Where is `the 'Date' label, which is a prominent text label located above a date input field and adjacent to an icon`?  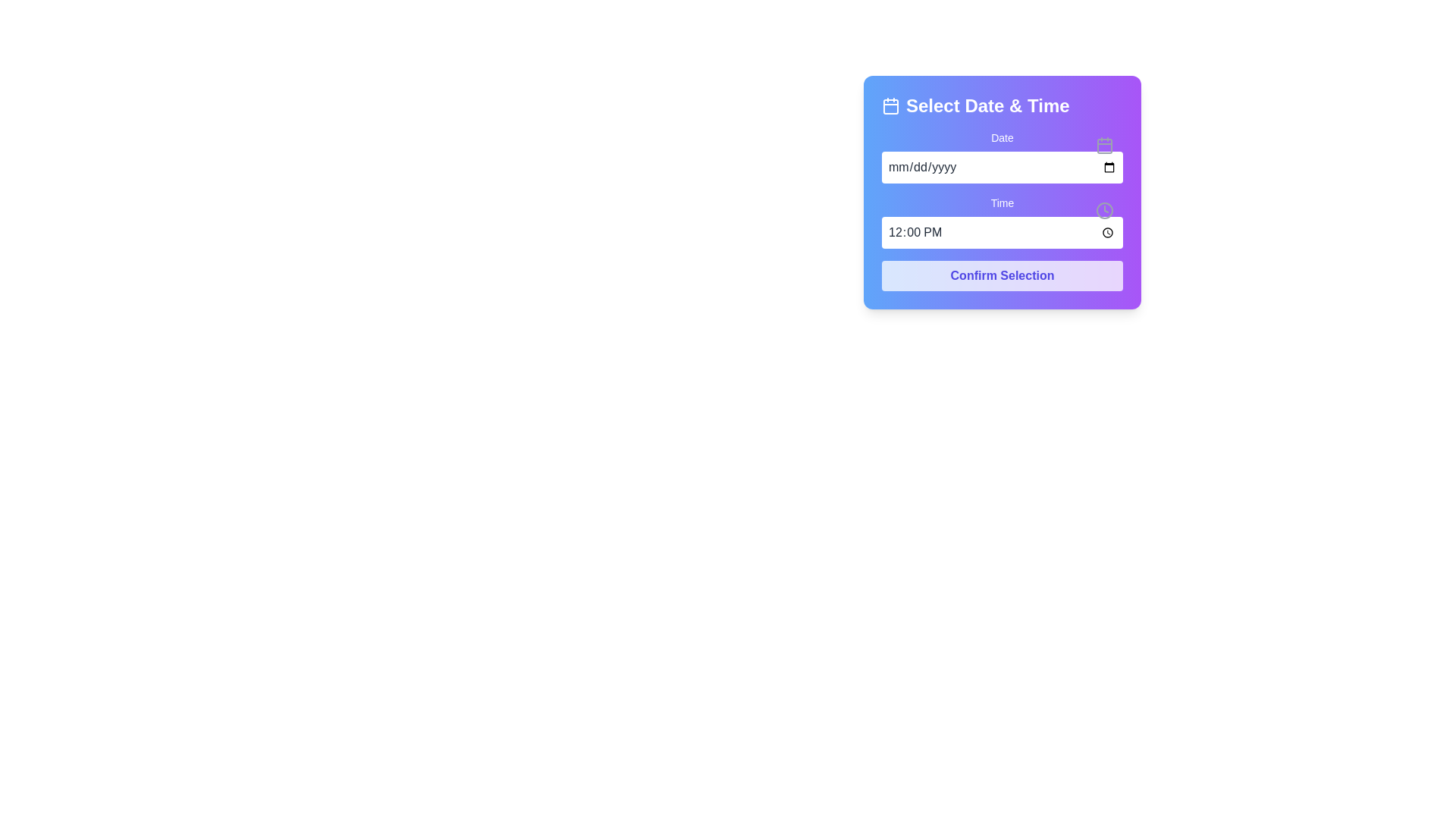 the 'Date' label, which is a prominent text label located above a date input field and adjacent to an icon is located at coordinates (1002, 137).